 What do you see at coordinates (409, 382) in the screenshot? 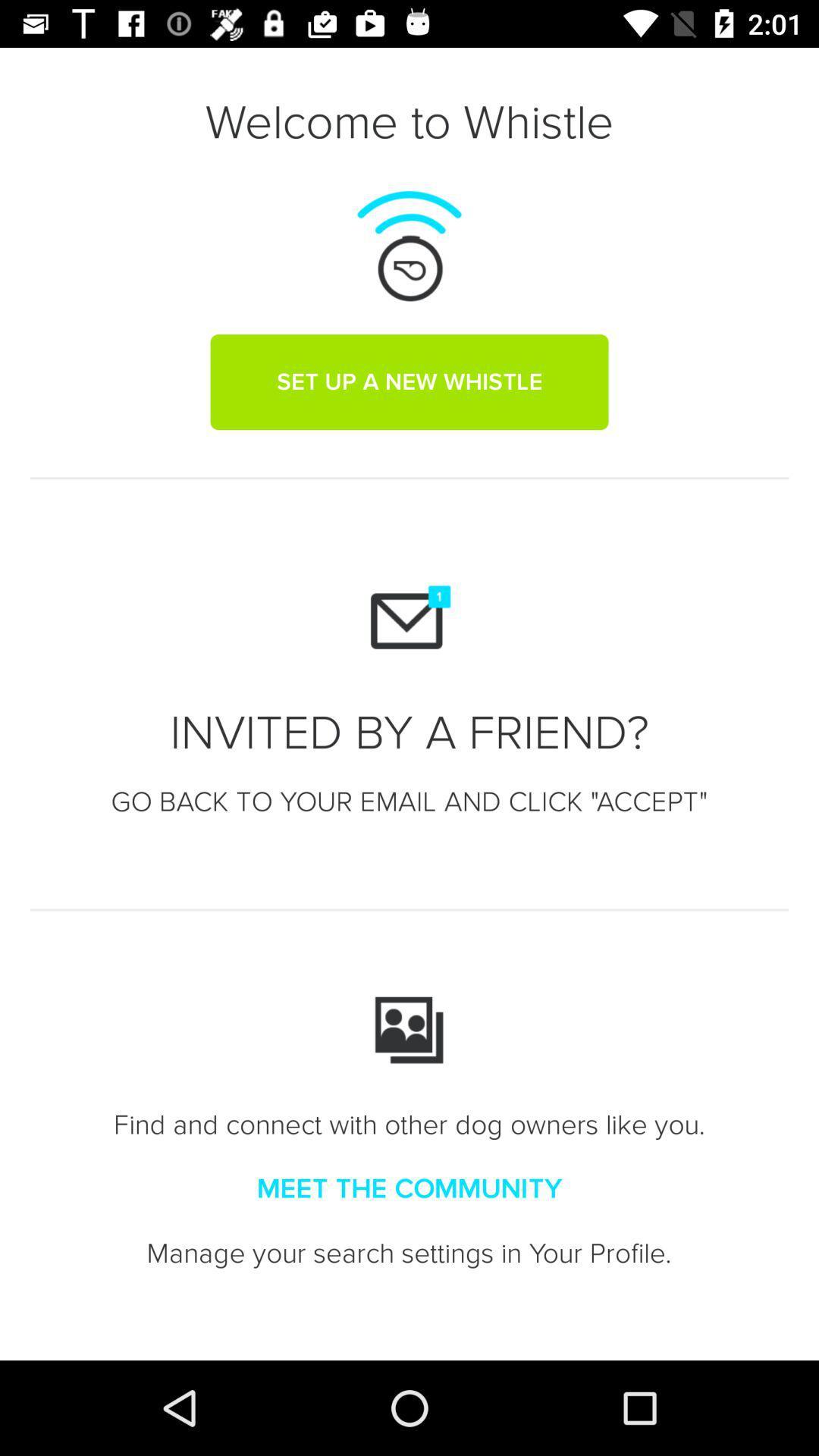
I see `the set up a` at bounding box center [409, 382].